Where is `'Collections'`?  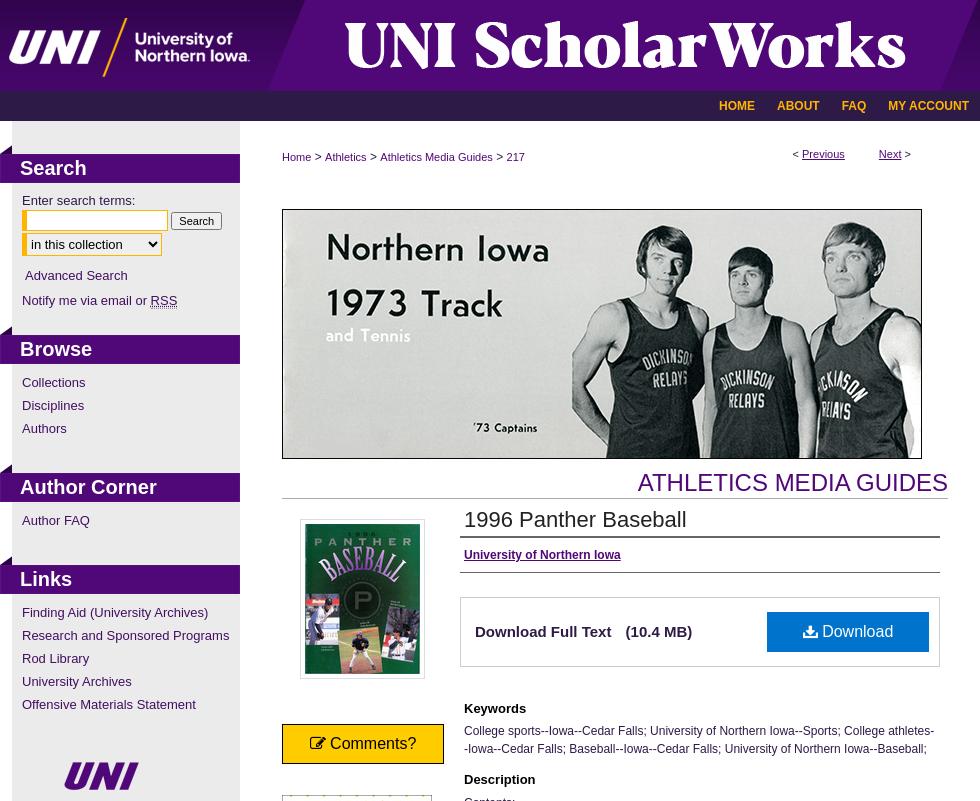
'Collections' is located at coordinates (53, 381).